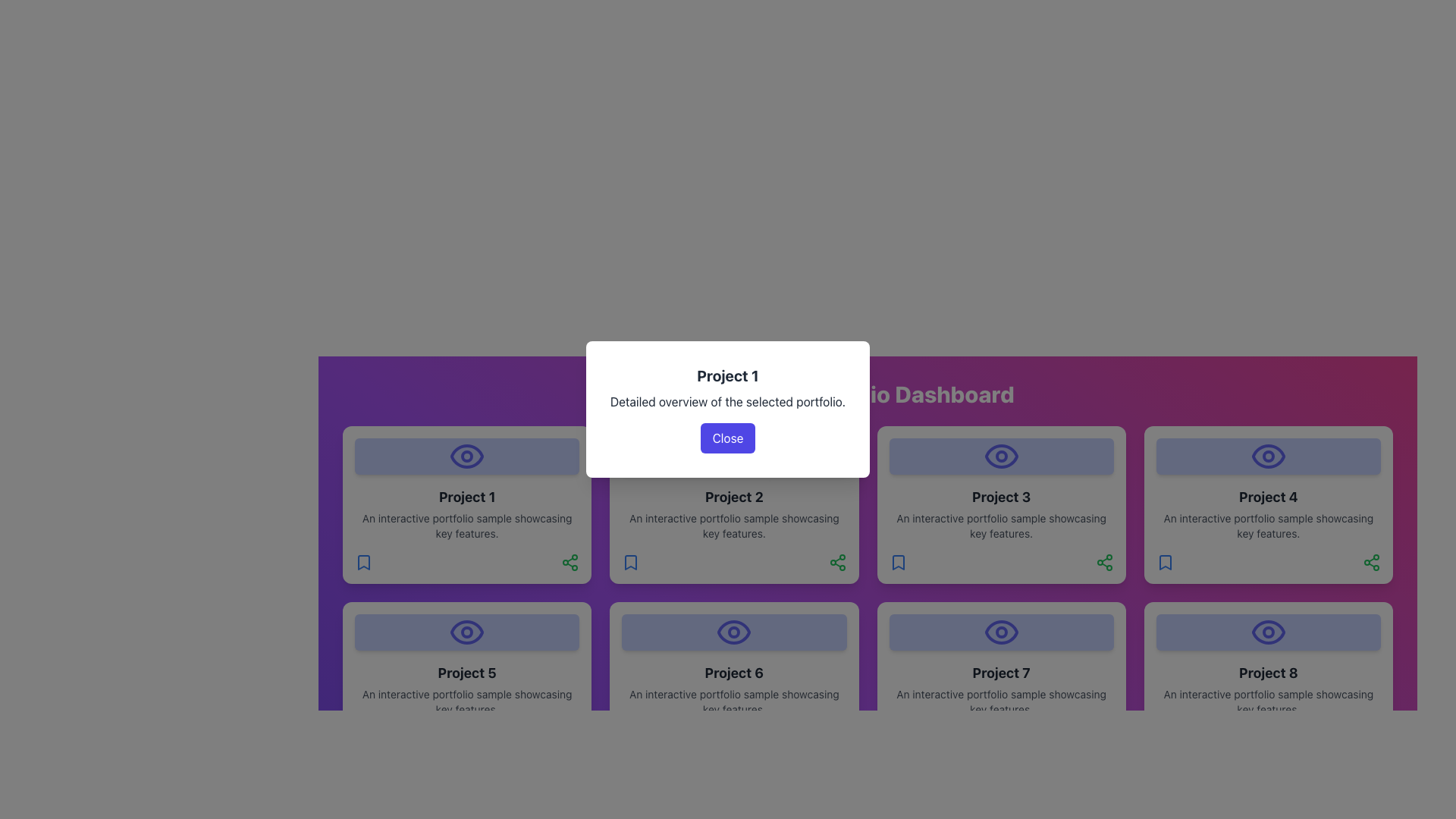  What do you see at coordinates (364, 562) in the screenshot?
I see `the blue bookmark icon located in the bottom-left corner of the 'Project 1' card` at bounding box center [364, 562].